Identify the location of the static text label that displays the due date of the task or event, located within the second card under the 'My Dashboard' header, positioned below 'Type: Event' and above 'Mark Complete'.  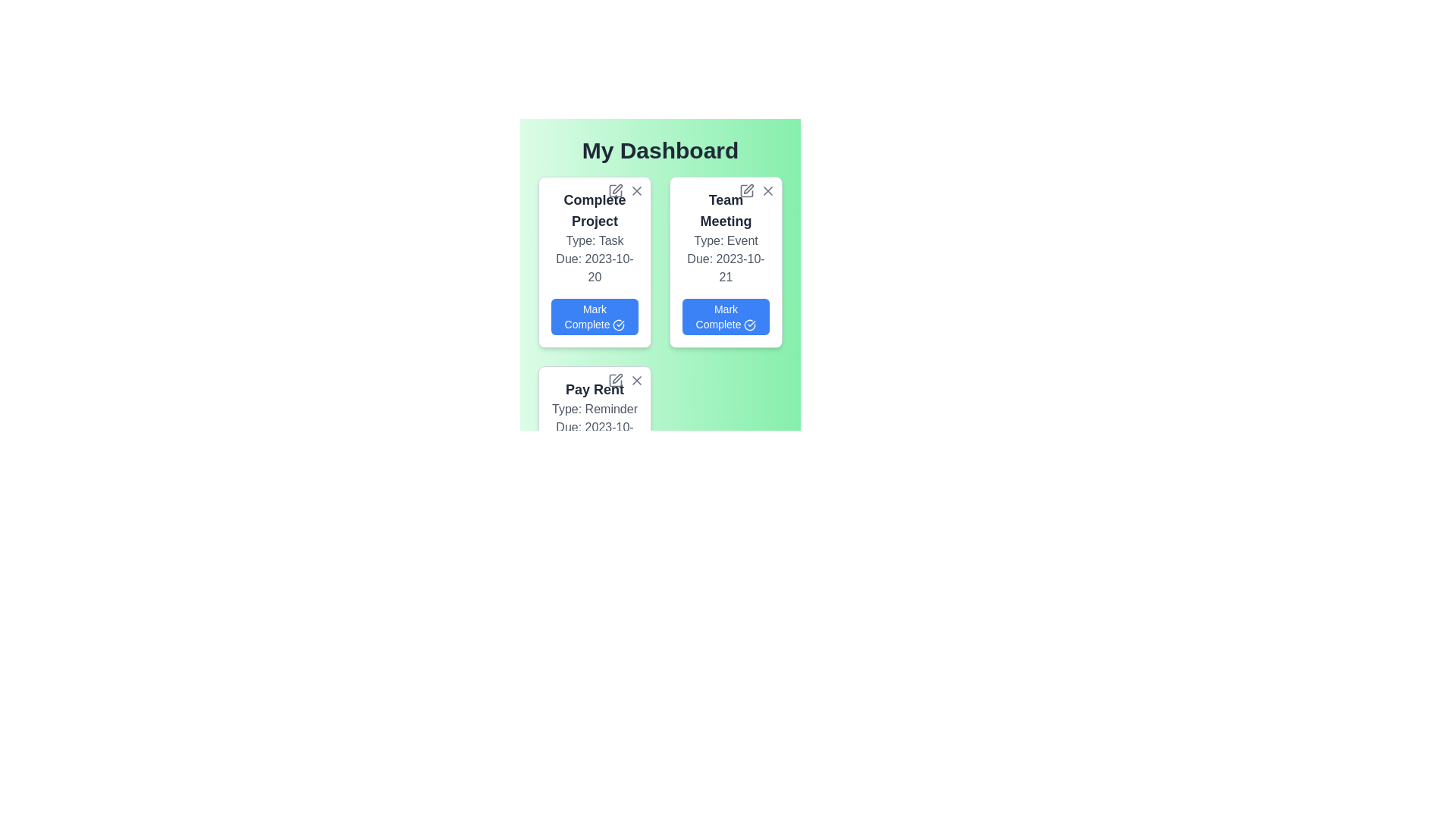
(725, 268).